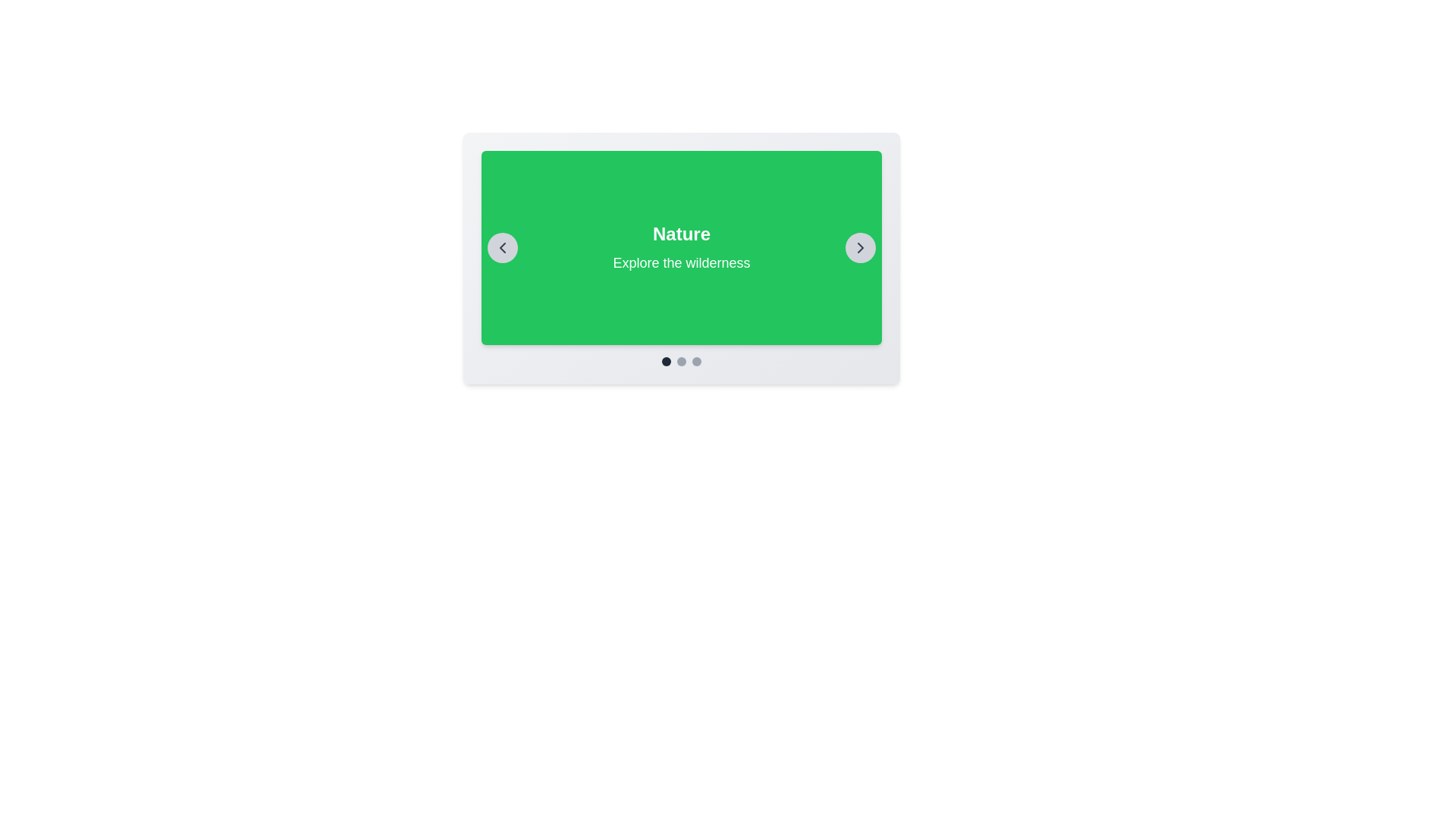  Describe the element at coordinates (666, 362) in the screenshot. I see `the first navigation dot indicator` at that location.